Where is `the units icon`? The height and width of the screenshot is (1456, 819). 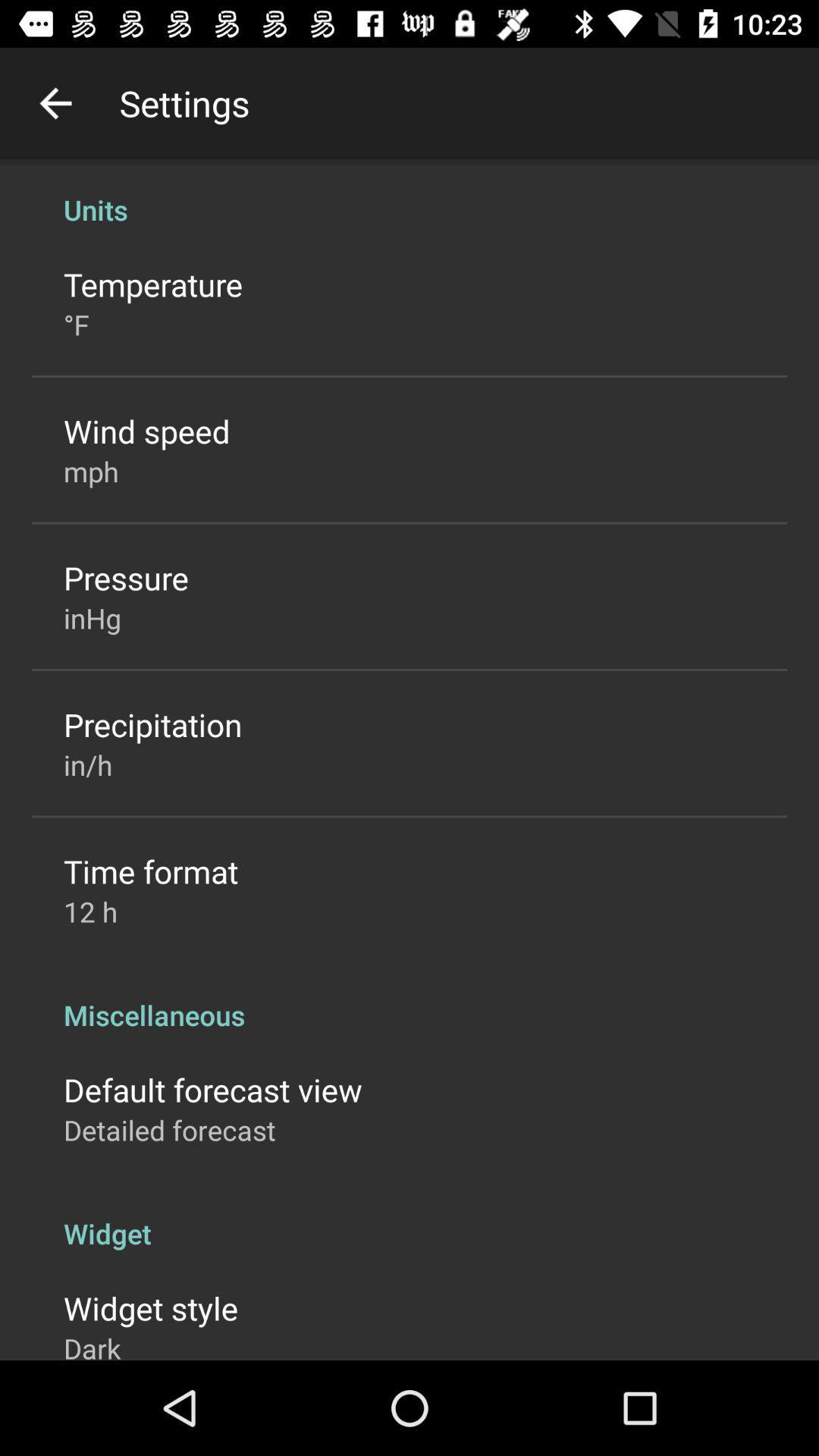
the units icon is located at coordinates (409, 193).